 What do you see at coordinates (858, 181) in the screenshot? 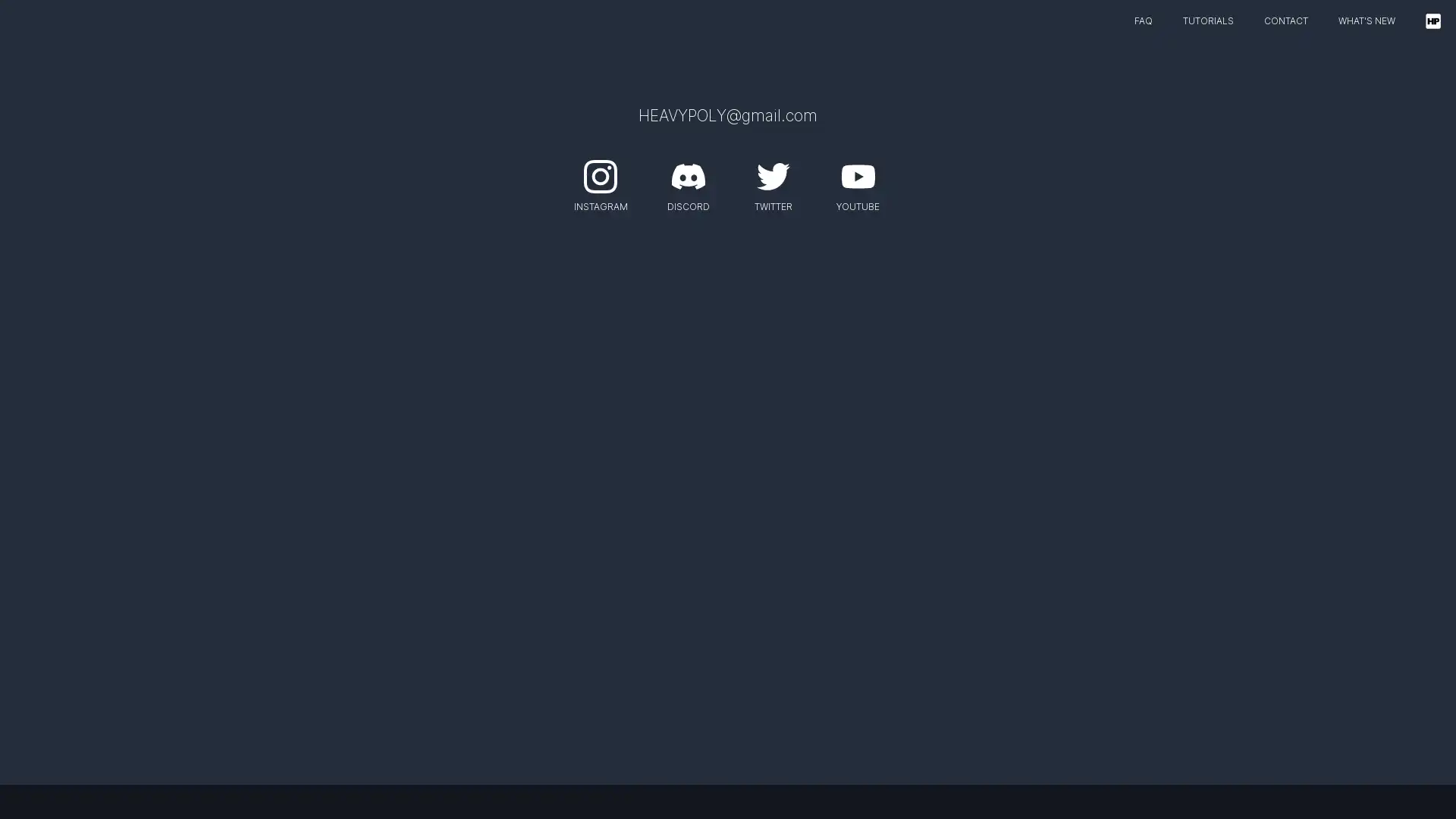
I see `YOUTUBE` at bounding box center [858, 181].